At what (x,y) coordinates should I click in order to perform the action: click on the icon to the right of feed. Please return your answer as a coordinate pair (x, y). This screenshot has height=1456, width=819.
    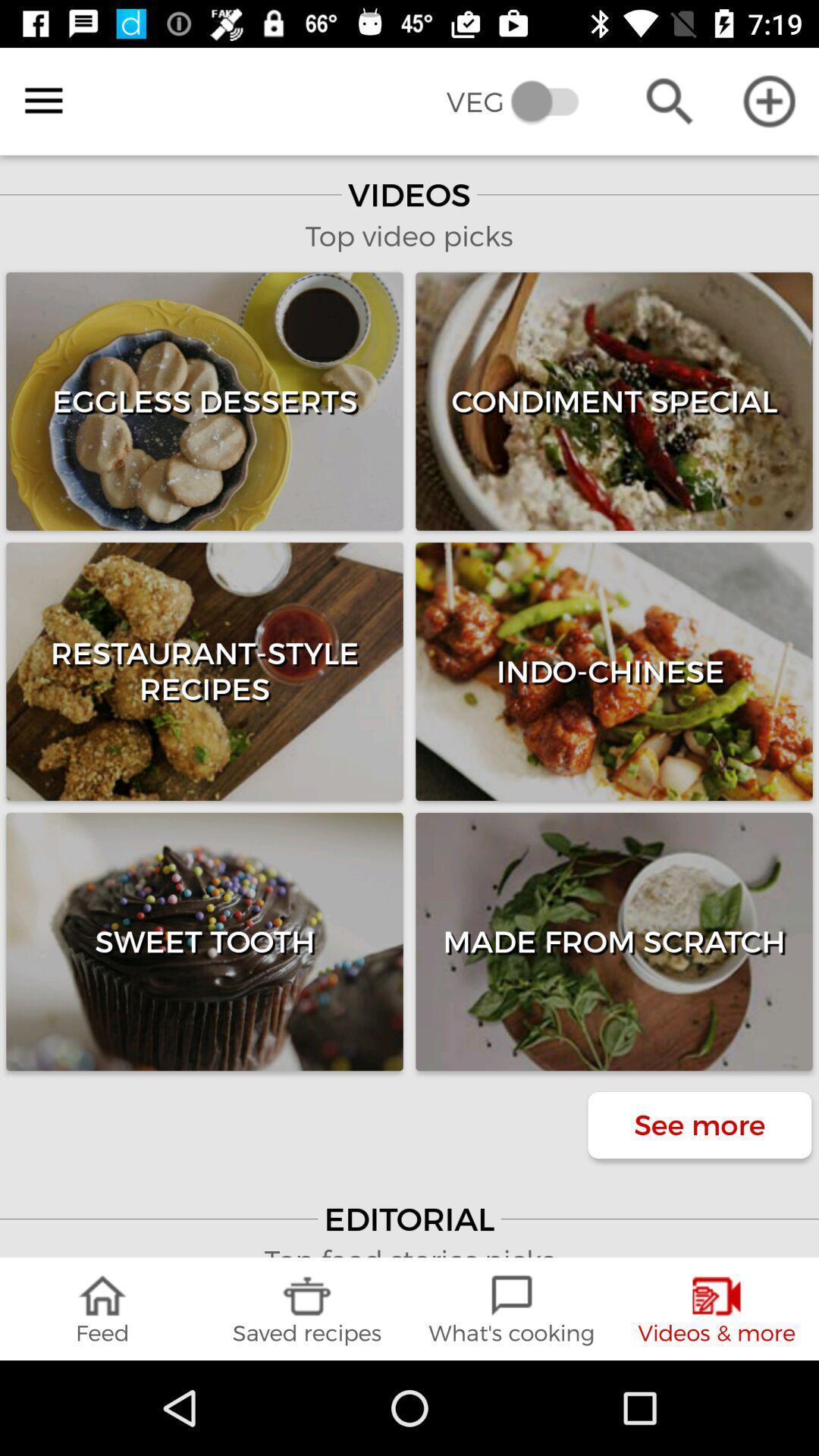
    Looking at the image, I should click on (307, 1308).